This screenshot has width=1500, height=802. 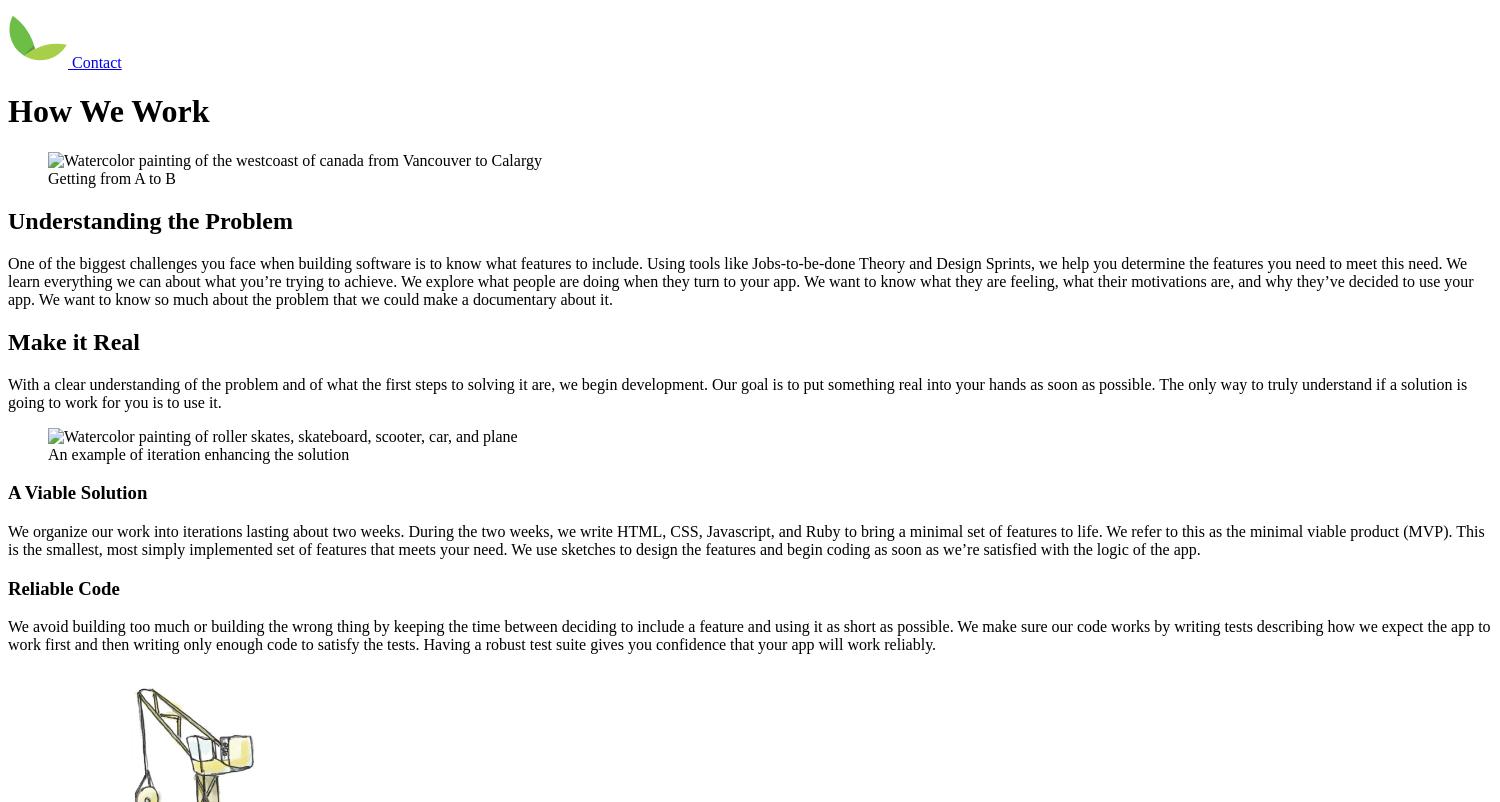 What do you see at coordinates (71, 61) in the screenshot?
I see `'Contact'` at bounding box center [71, 61].